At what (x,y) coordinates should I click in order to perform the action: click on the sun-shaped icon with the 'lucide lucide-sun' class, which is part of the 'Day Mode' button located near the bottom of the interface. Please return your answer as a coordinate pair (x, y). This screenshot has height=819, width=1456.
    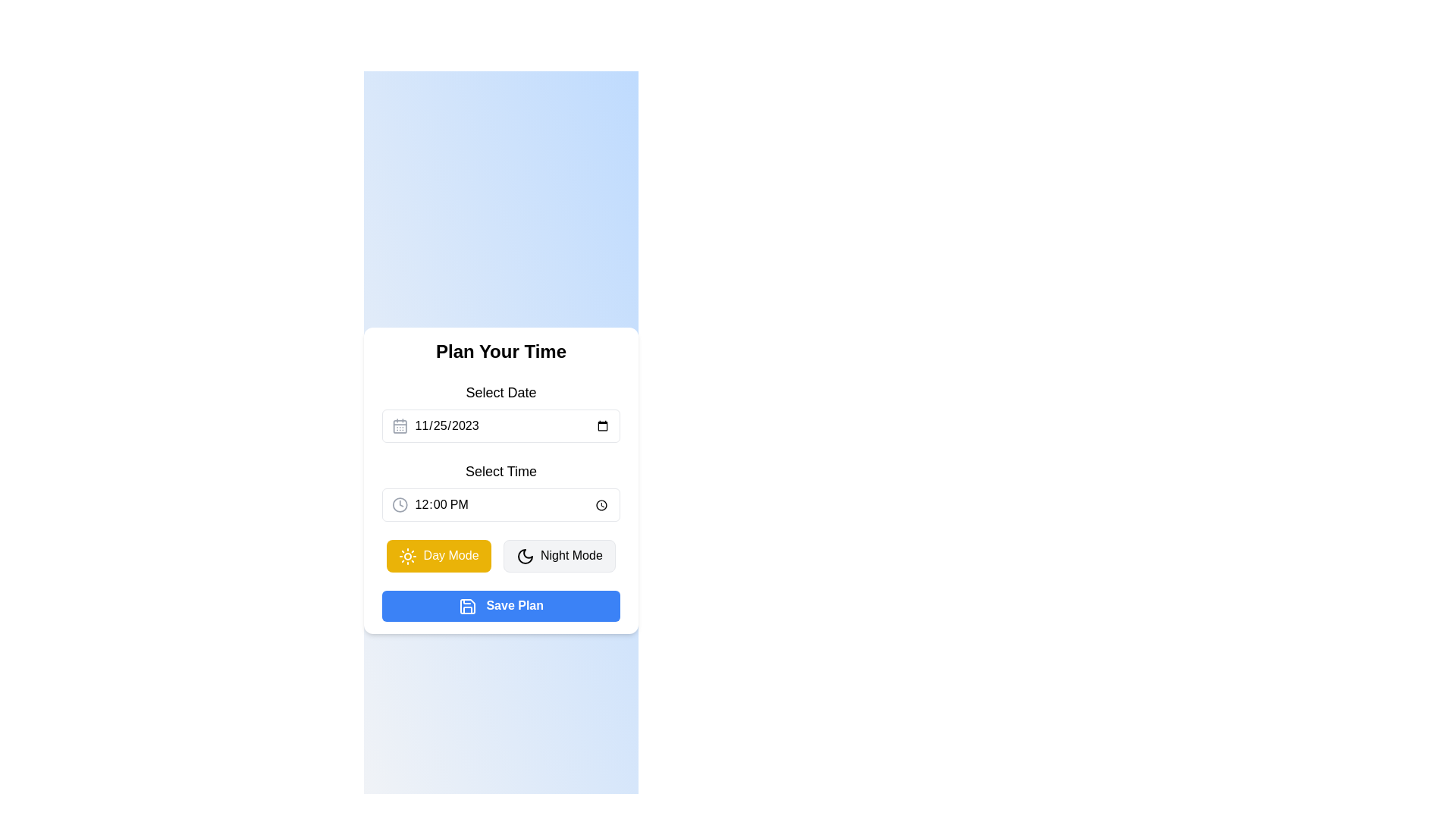
    Looking at the image, I should click on (408, 556).